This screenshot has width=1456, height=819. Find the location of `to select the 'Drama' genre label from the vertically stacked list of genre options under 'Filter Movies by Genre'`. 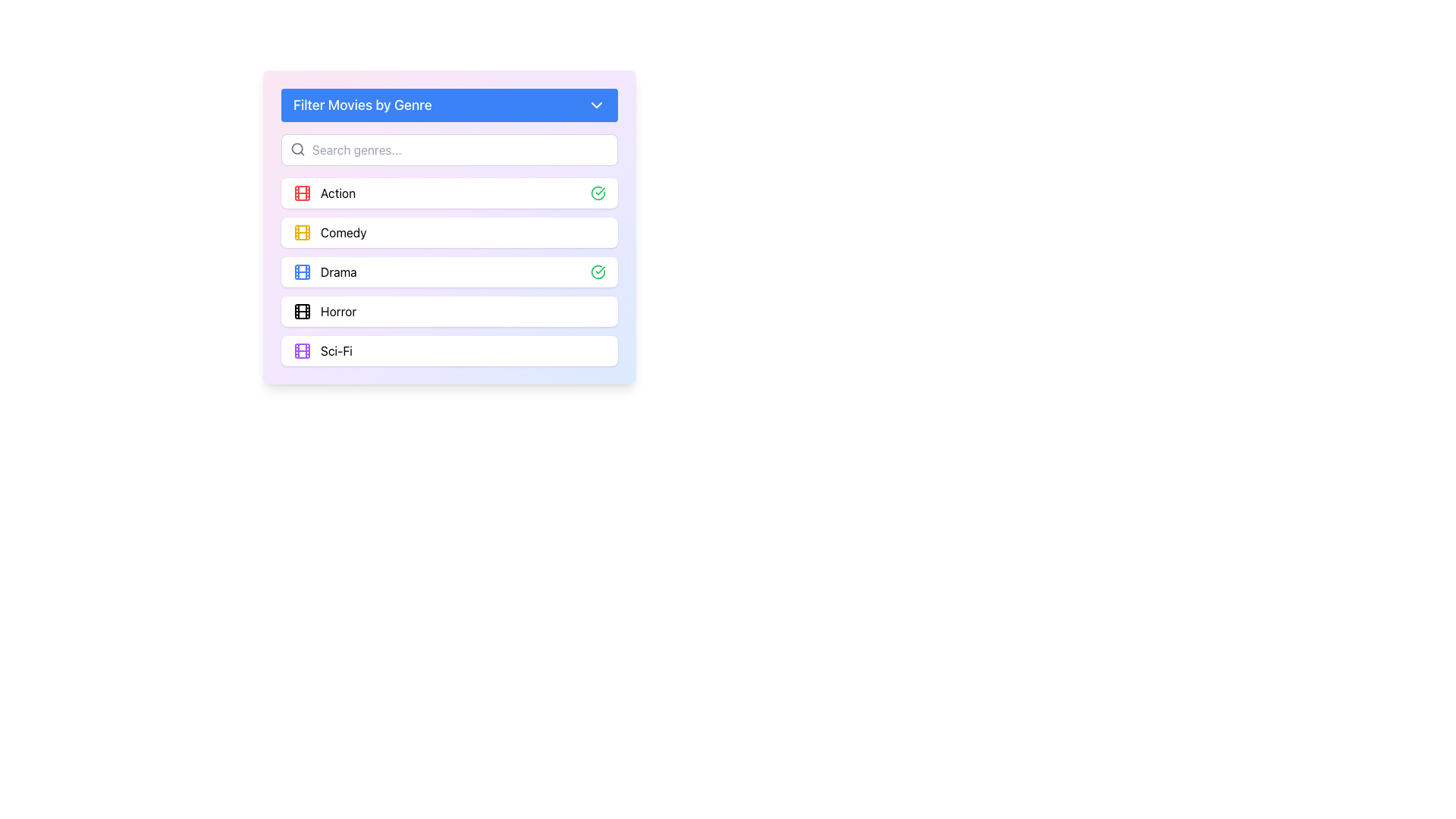

to select the 'Drama' genre label from the vertically stacked list of genre options under 'Filter Movies by Genre' is located at coordinates (324, 271).